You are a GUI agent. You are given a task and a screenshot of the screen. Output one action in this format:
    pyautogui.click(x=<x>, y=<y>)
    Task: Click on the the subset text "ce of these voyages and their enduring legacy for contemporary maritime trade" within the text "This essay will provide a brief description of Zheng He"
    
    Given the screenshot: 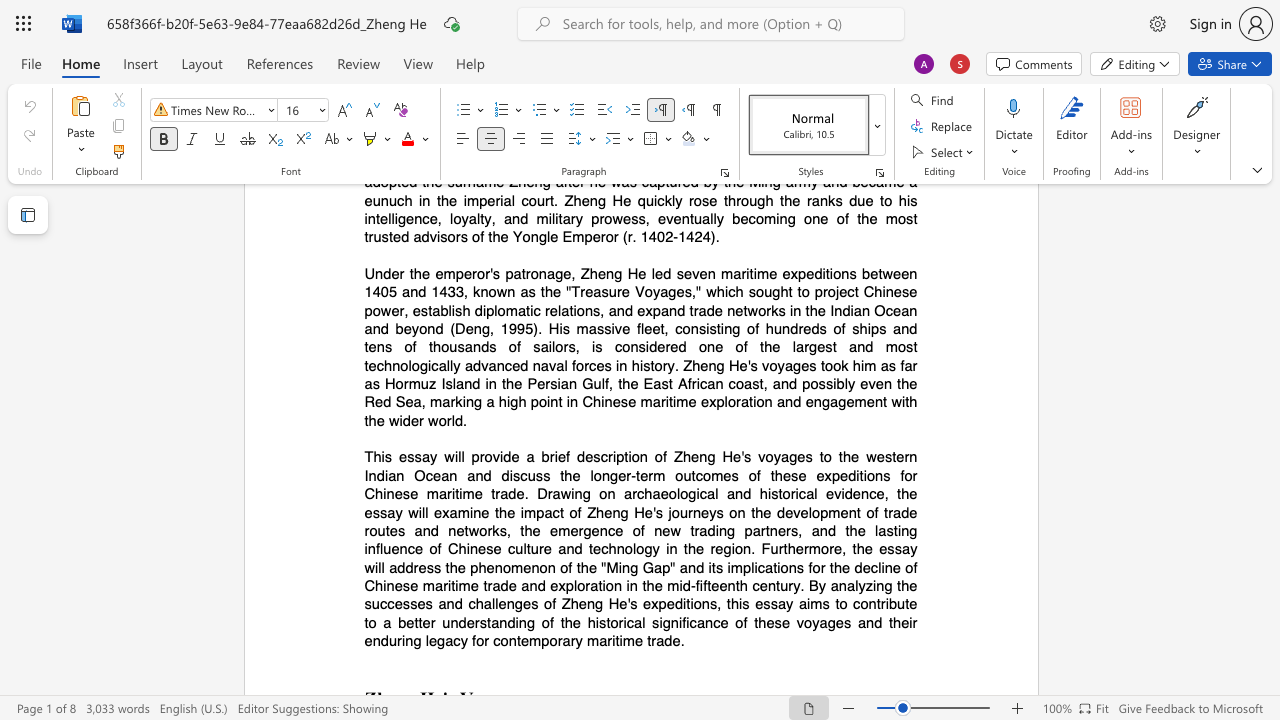 What is the action you would take?
    pyautogui.click(x=713, y=621)
    